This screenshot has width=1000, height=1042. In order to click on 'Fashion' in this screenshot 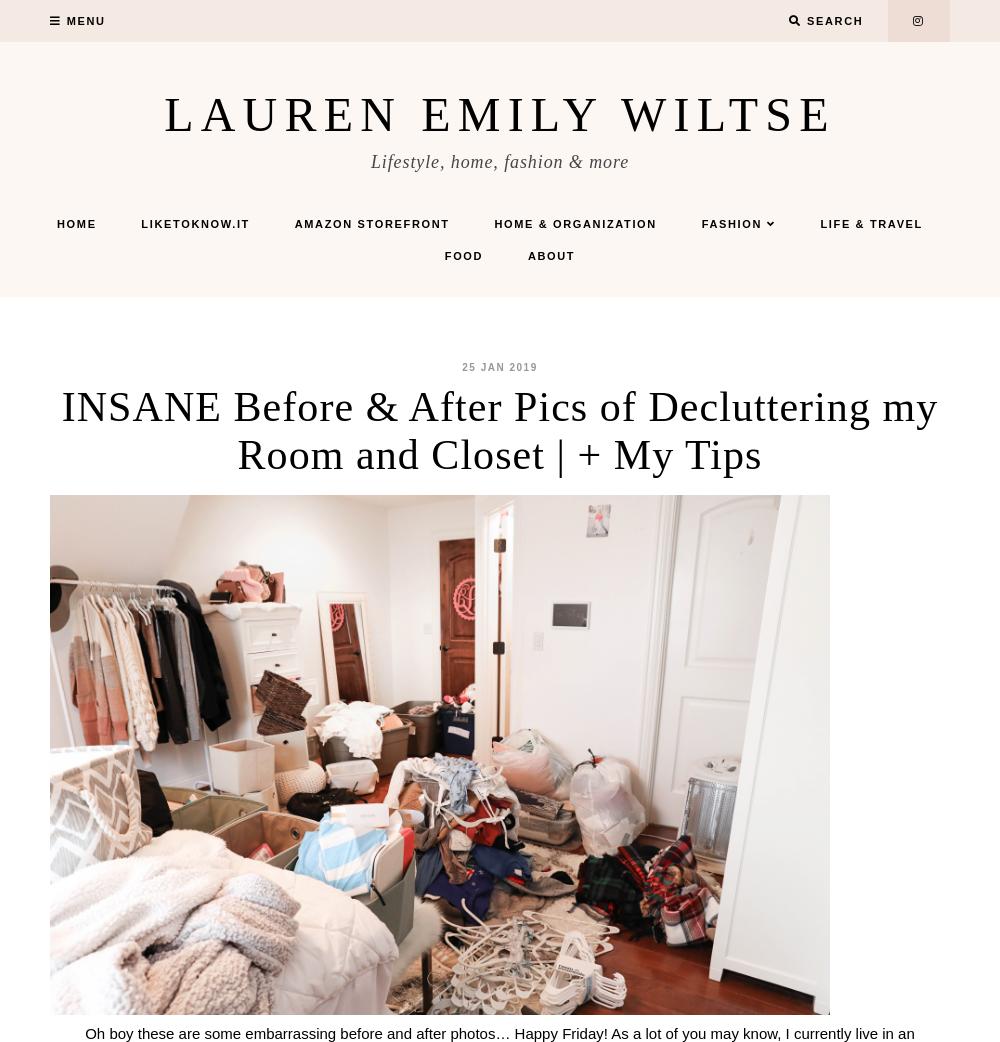, I will do `click(730, 223)`.